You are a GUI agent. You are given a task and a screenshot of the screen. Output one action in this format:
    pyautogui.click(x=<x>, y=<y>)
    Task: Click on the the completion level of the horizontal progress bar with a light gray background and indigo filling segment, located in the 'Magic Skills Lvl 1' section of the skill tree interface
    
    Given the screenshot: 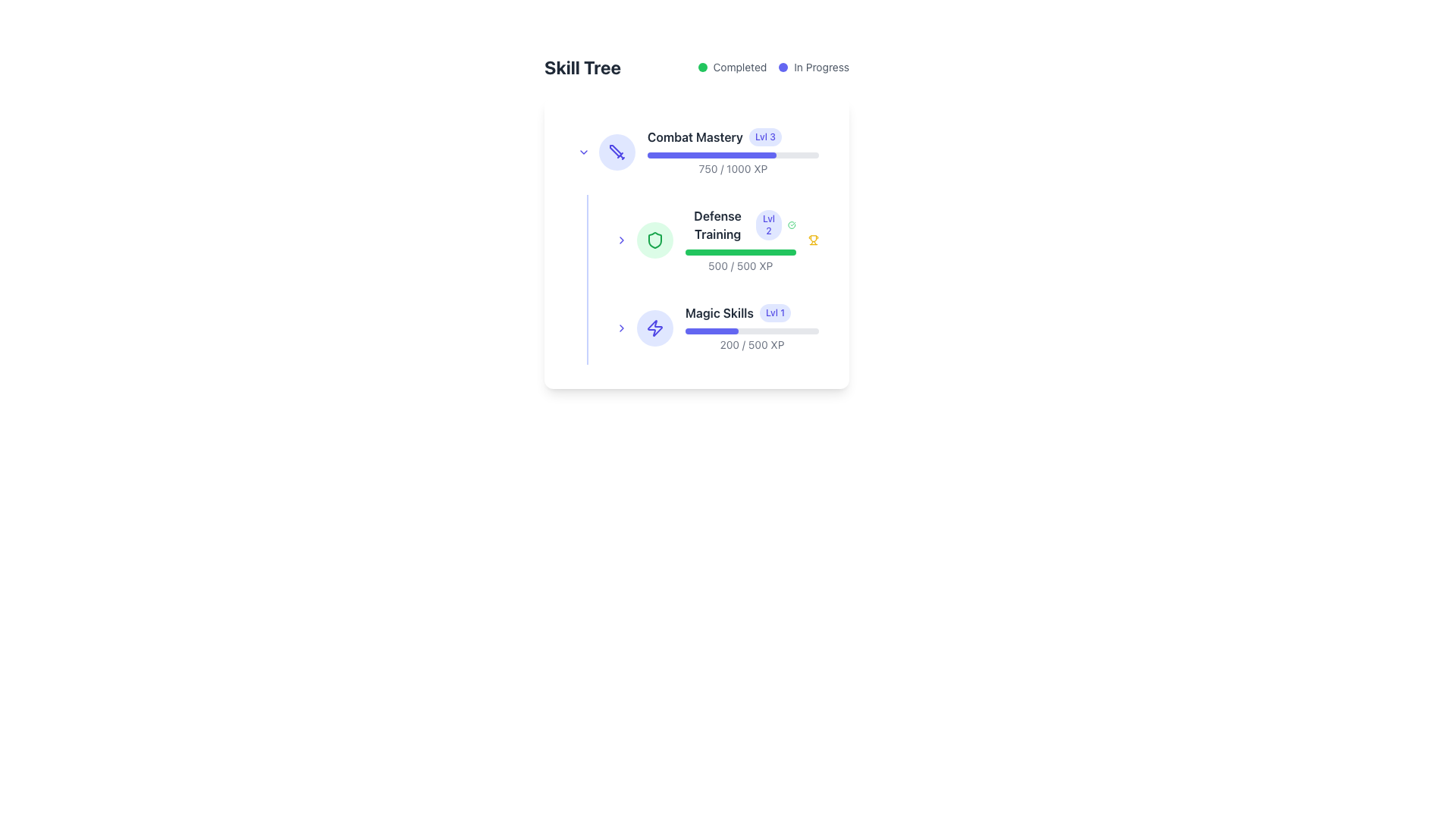 What is the action you would take?
    pyautogui.click(x=752, y=330)
    